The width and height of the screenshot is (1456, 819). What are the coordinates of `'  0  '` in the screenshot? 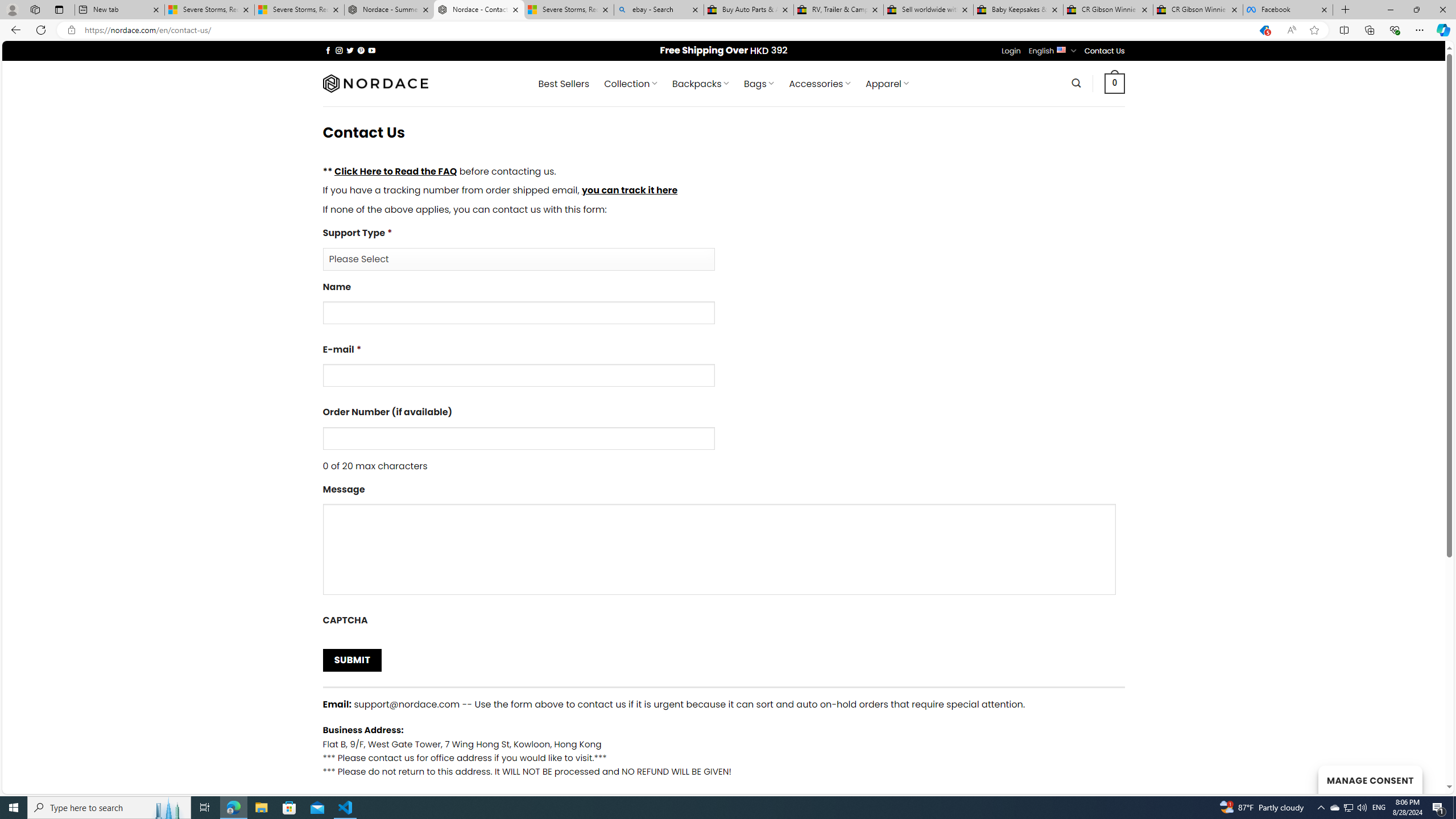 It's located at (1115, 82).